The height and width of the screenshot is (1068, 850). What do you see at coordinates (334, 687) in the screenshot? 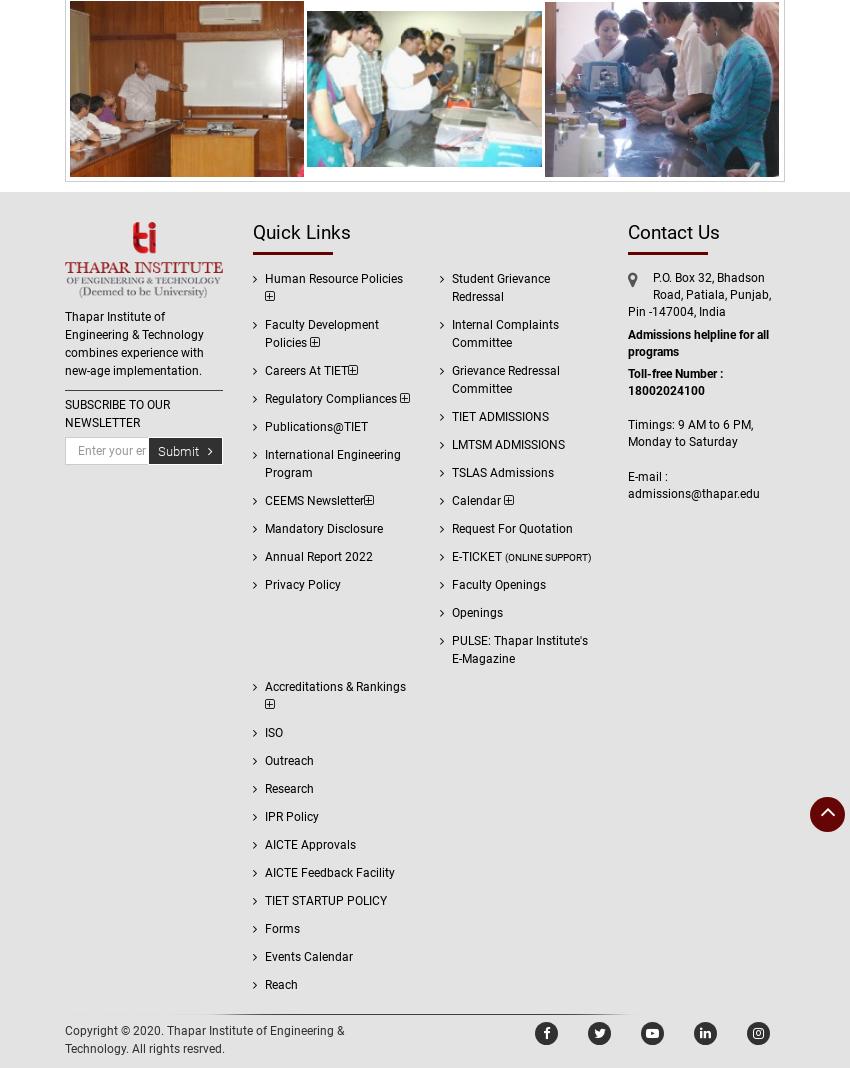
I see `'Accreditations & Rankings'` at bounding box center [334, 687].